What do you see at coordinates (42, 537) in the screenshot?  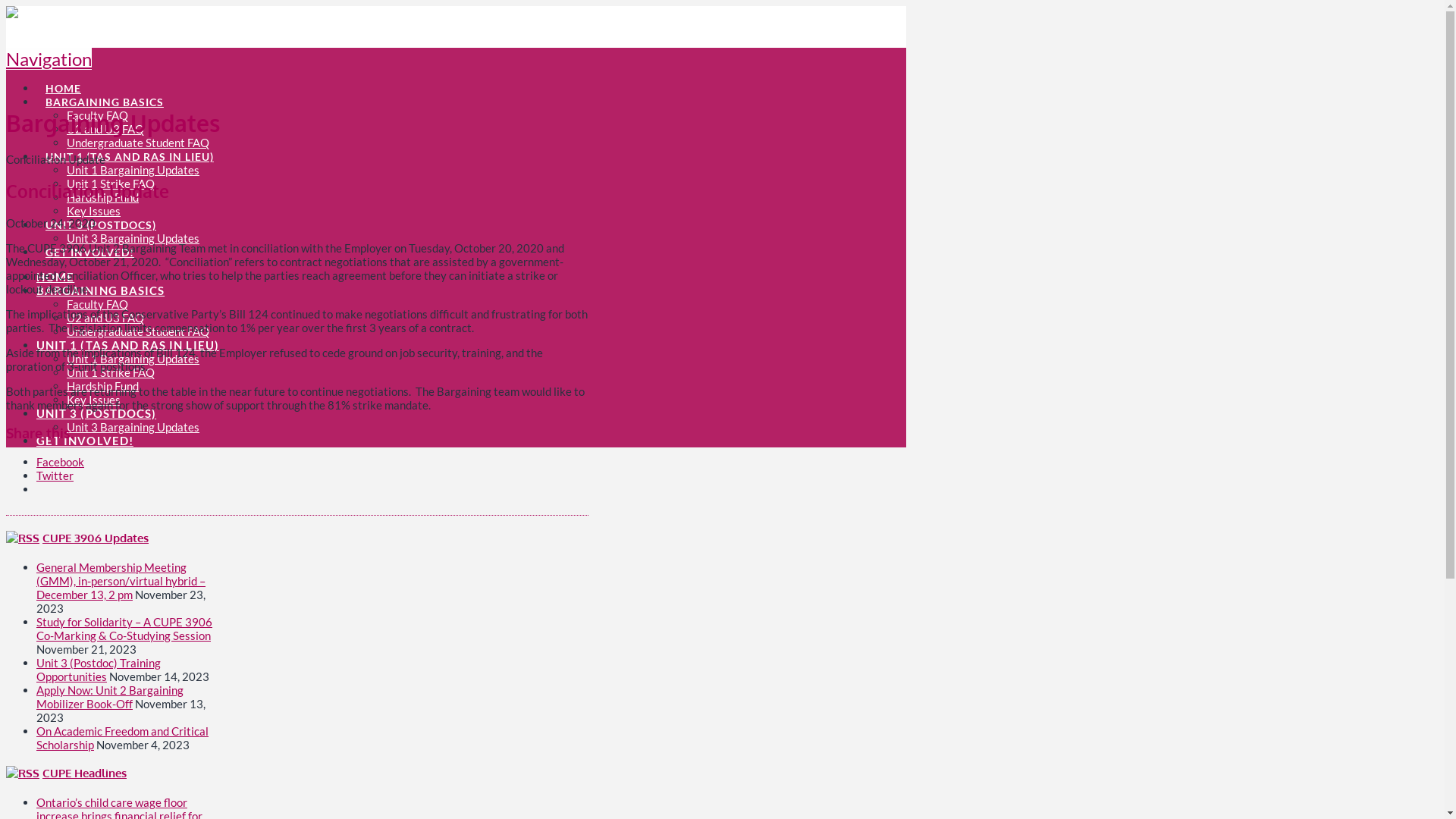 I see `'CUPE 3906 Updates'` at bounding box center [42, 537].